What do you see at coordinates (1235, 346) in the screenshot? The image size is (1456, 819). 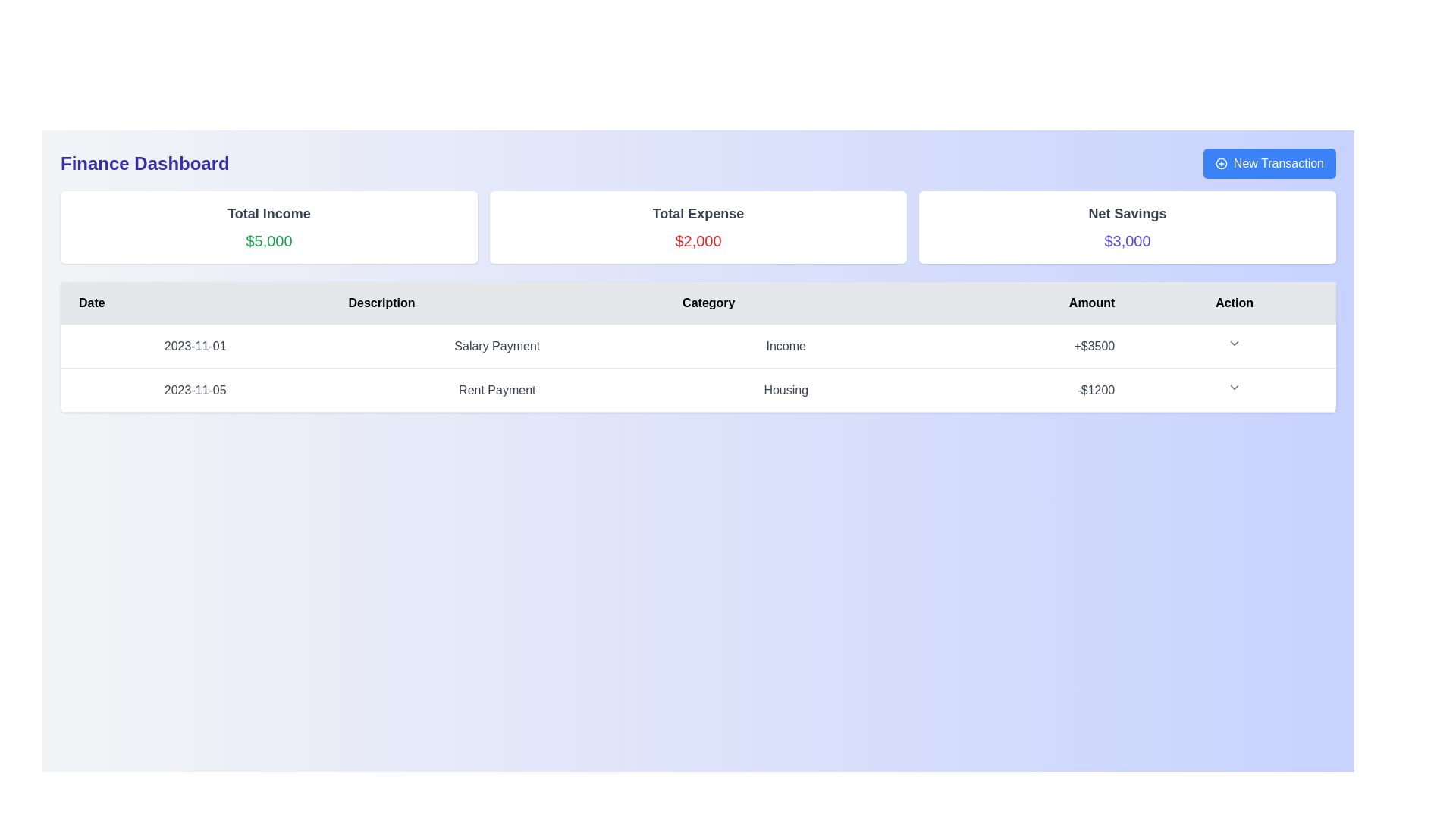 I see `the Dropdown trigger icon in the 'Action' column for the financial entry of '2023-11-01', 'Salary Payment', 'Income', and '+$3500'` at bounding box center [1235, 346].